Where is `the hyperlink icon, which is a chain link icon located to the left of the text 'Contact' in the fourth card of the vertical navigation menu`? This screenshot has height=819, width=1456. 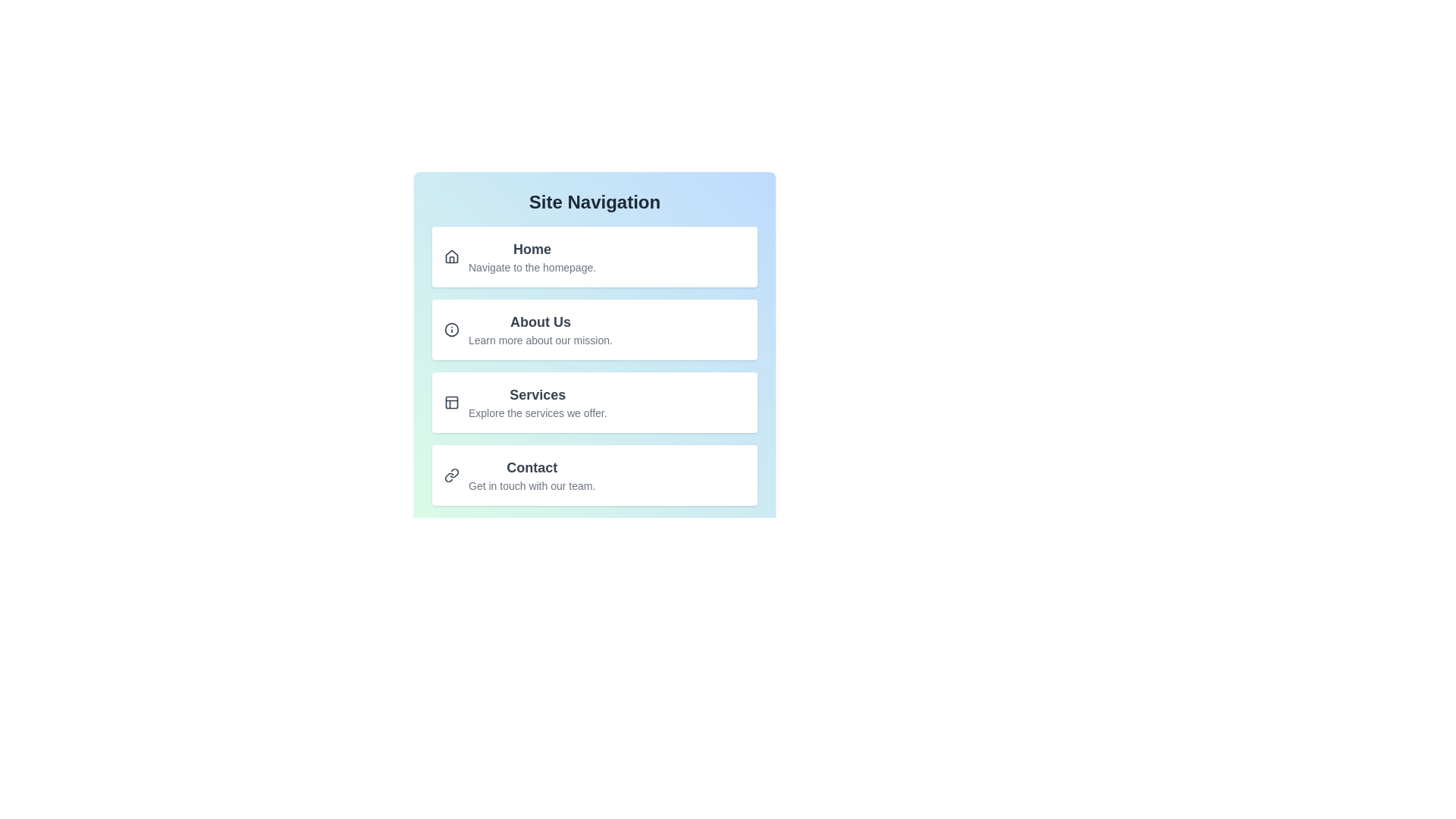
the hyperlink icon, which is a chain link icon located to the left of the text 'Contact' in the fourth card of the vertical navigation menu is located at coordinates (450, 475).